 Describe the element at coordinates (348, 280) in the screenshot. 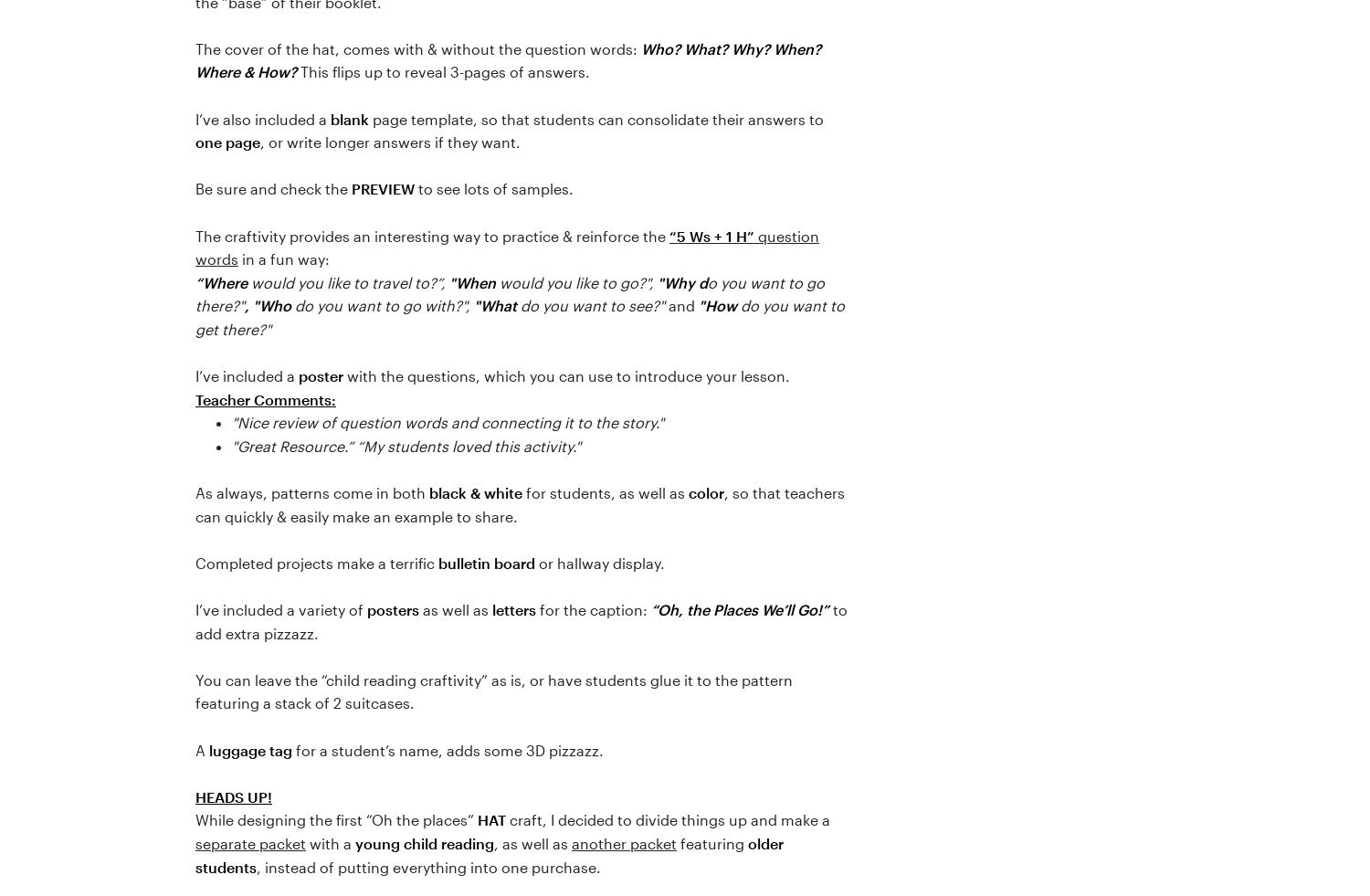

I see `'would you like to travel to?”,'` at that location.